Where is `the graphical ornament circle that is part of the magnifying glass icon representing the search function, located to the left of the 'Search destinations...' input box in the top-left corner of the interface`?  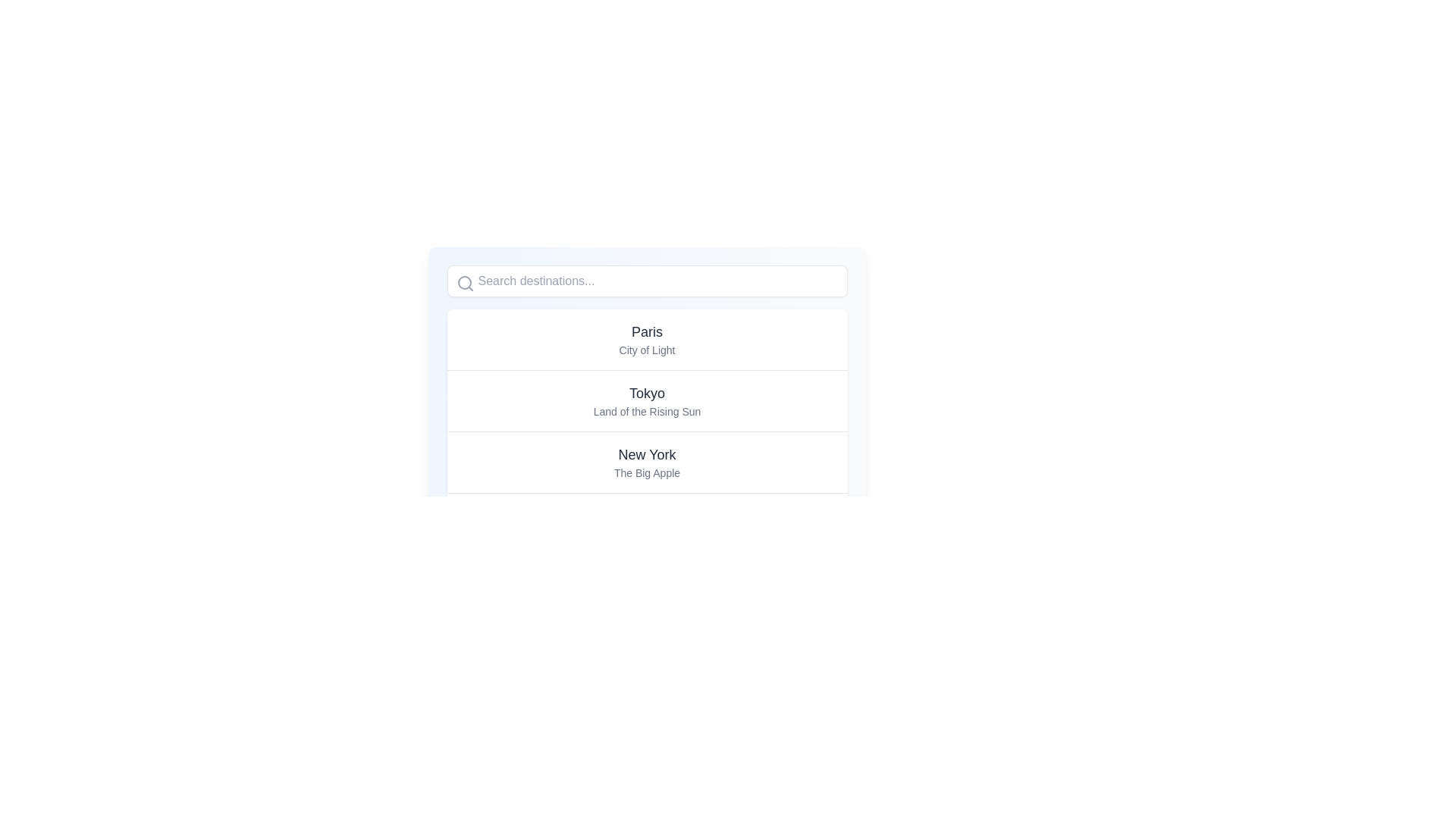
the graphical ornament circle that is part of the magnifying glass icon representing the search function, located to the left of the 'Search destinations...' input box in the top-left corner of the interface is located at coordinates (463, 283).